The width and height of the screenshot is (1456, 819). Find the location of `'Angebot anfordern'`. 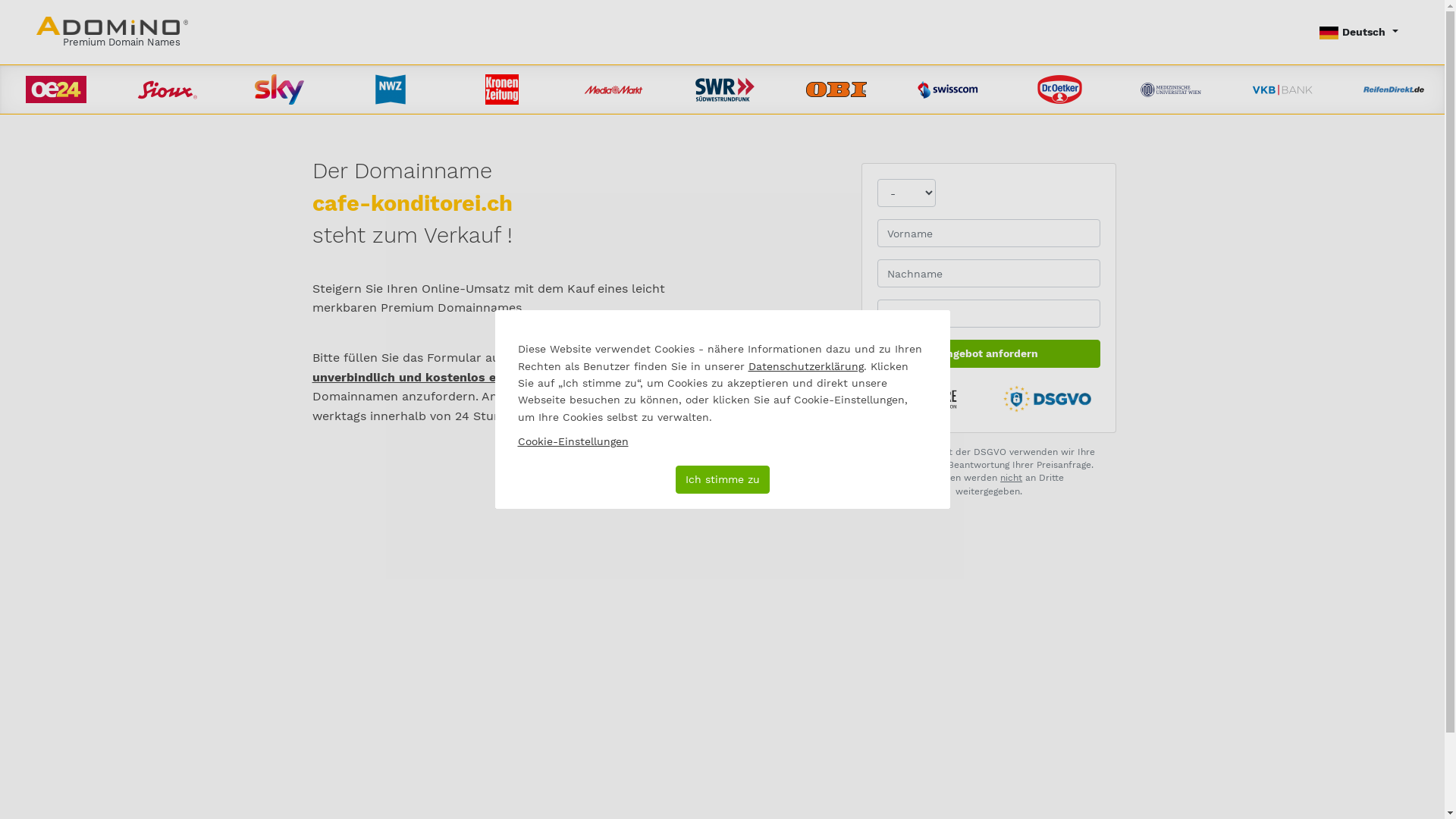

'Angebot anfordern' is located at coordinates (989, 353).